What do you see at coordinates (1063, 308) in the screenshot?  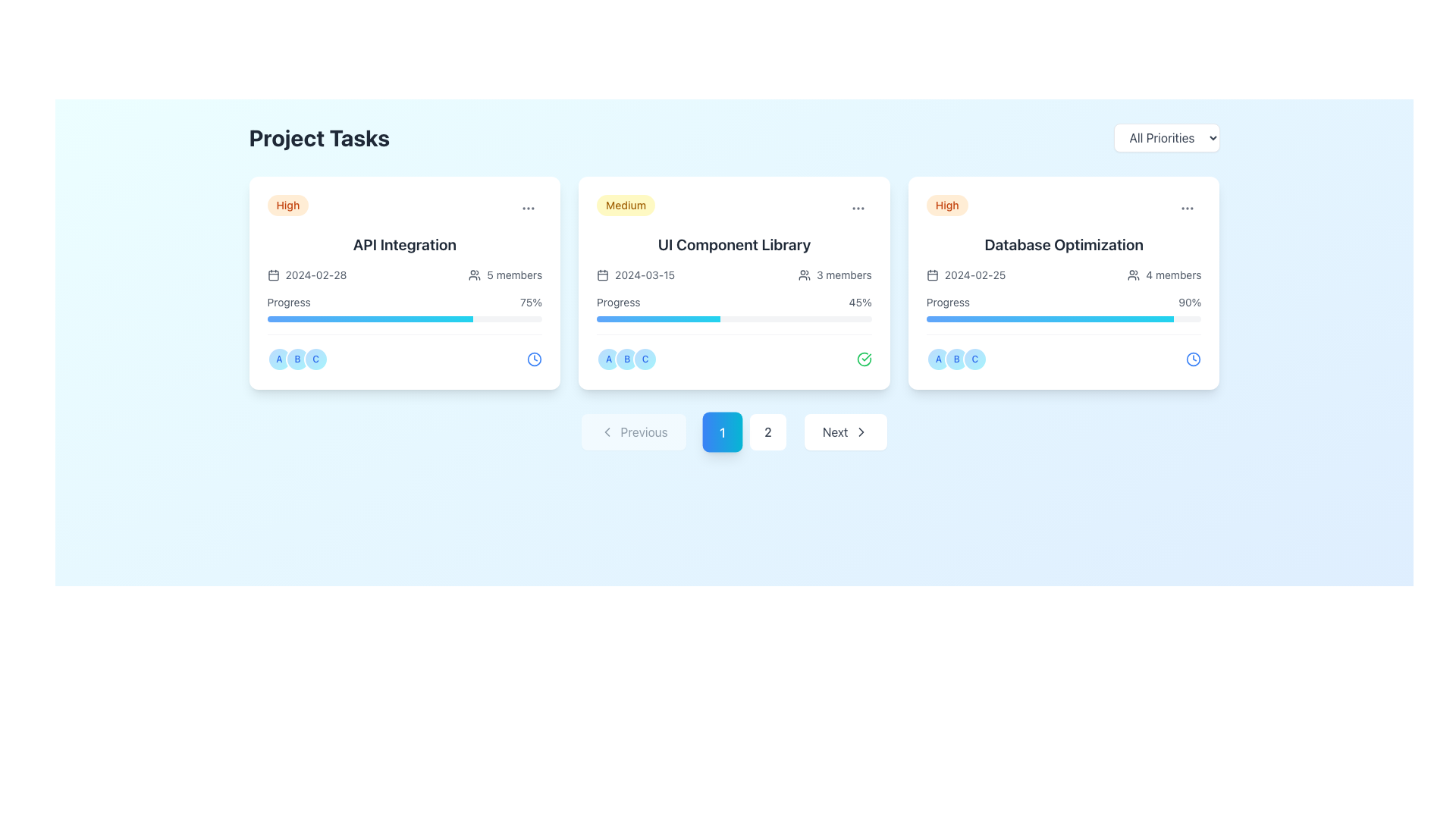 I see `text displayed on the progress bar labeled 'Progress' or '90%' located in the lower part of the card labeled 'Database Optimization'` at bounding box center [1063, 308].